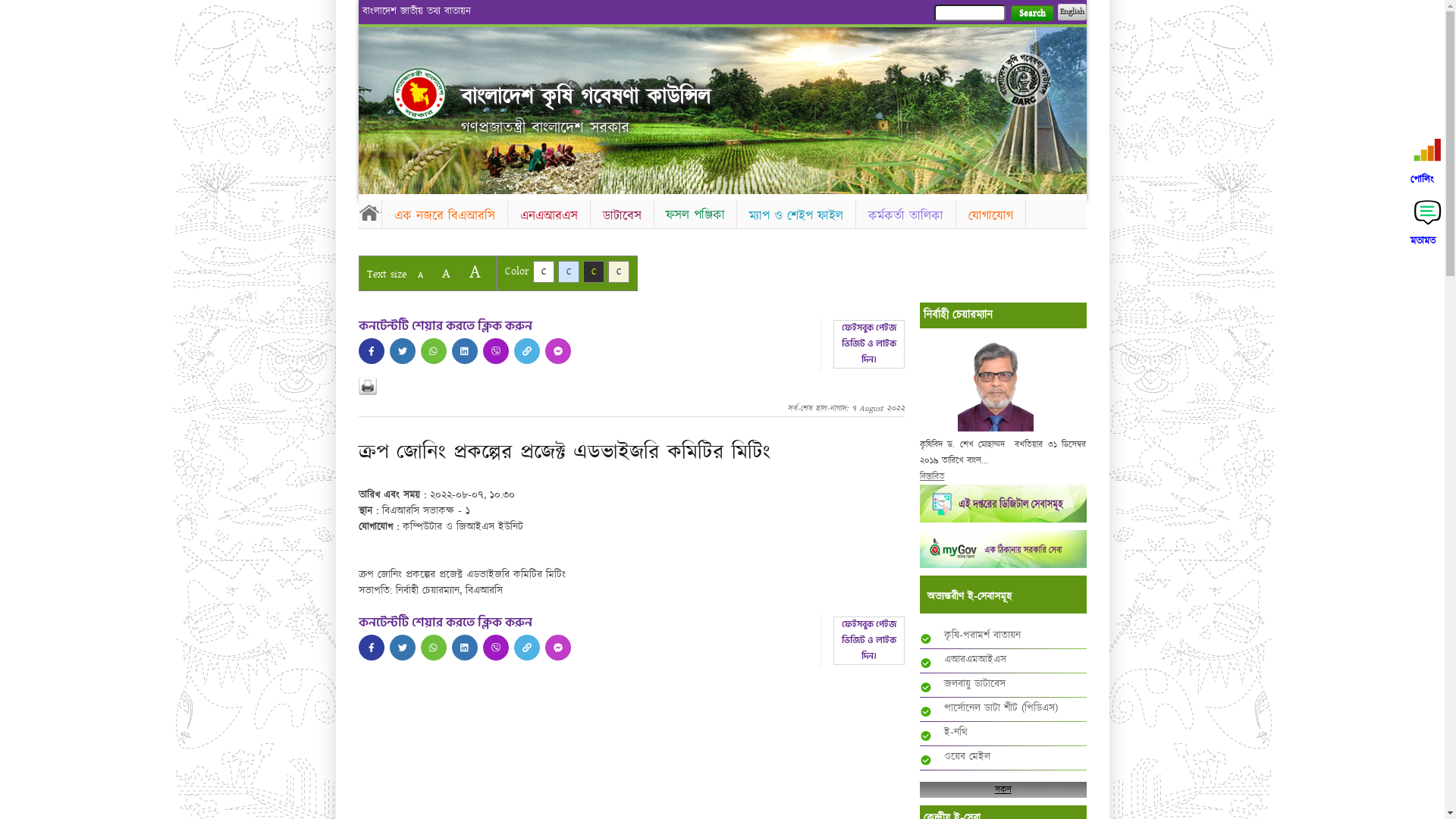 The image size is (1456, 819). What do you see at coordinates (369, 212) in the screenshot?
I see `'Home'` at bounding box center [369, 212].